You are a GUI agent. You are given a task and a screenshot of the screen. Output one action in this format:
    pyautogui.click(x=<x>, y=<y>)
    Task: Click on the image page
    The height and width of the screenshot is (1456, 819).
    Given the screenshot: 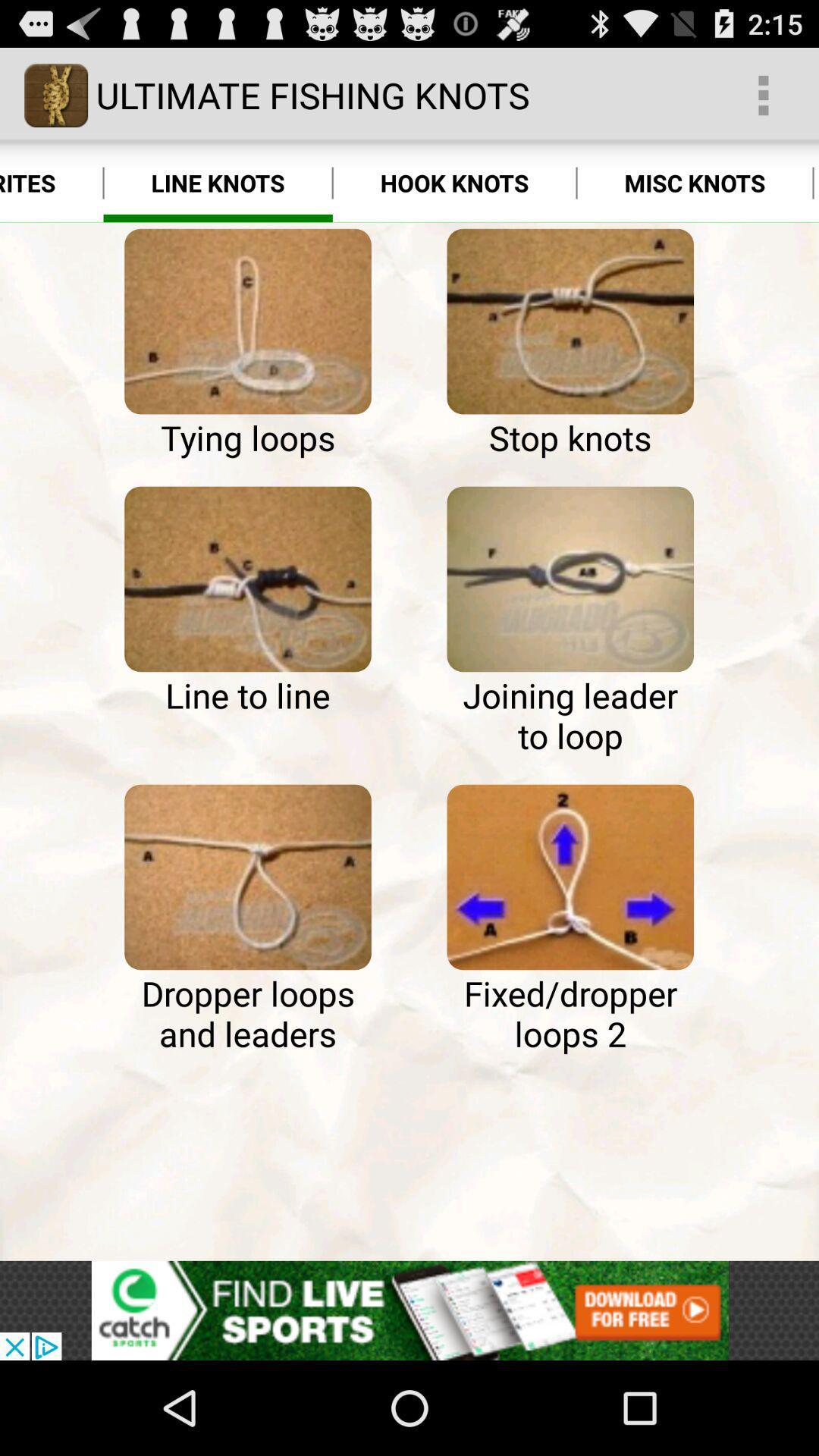 What is the action you would take?
    pyautogui.click(x=247, y=321)
    